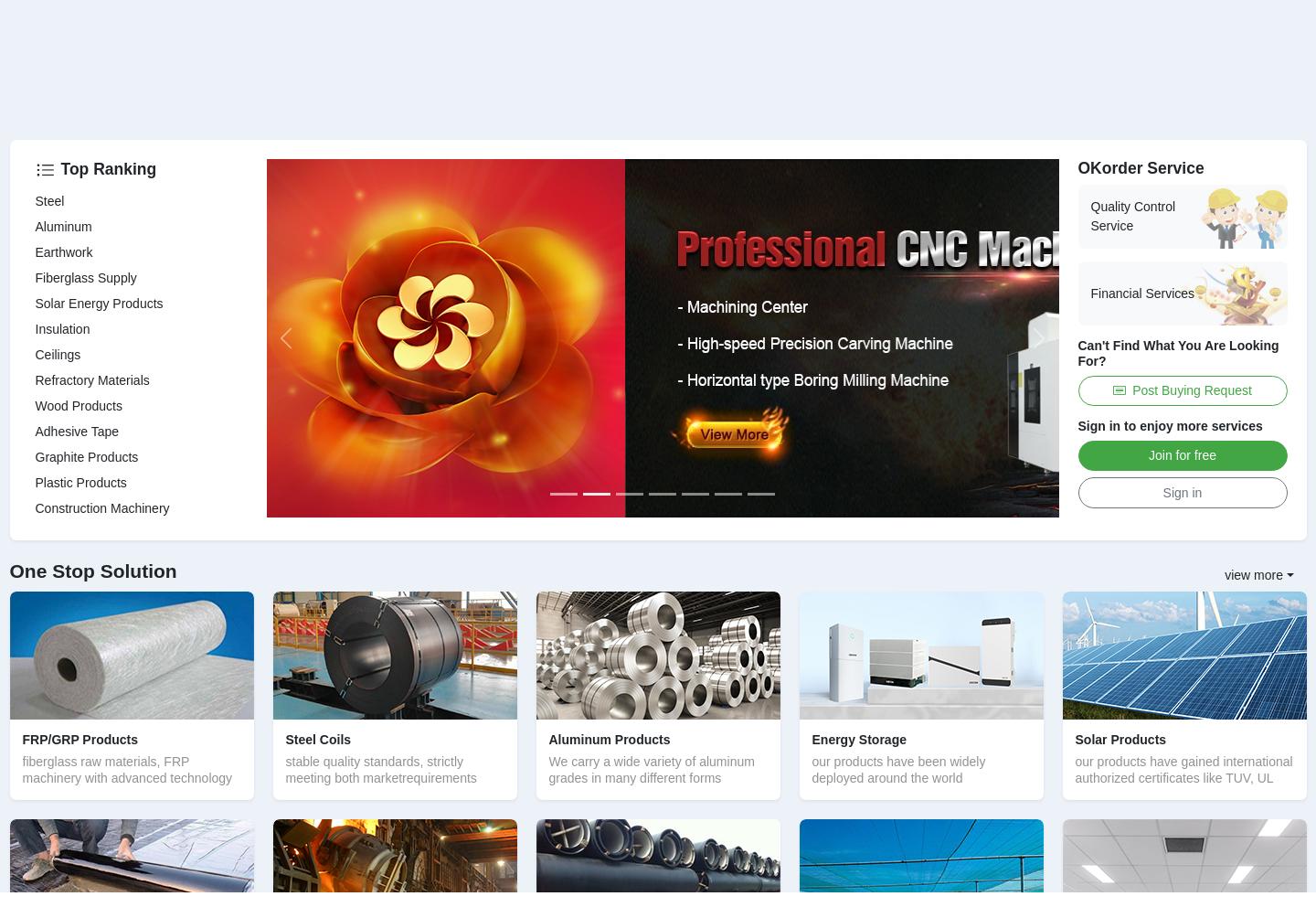  What do you see at coordinates (659, 479) in the screenshot?
I see `'85g/m Fiberglass Mesh Marble Net for Buildings'` at bounding box center [659, 479].